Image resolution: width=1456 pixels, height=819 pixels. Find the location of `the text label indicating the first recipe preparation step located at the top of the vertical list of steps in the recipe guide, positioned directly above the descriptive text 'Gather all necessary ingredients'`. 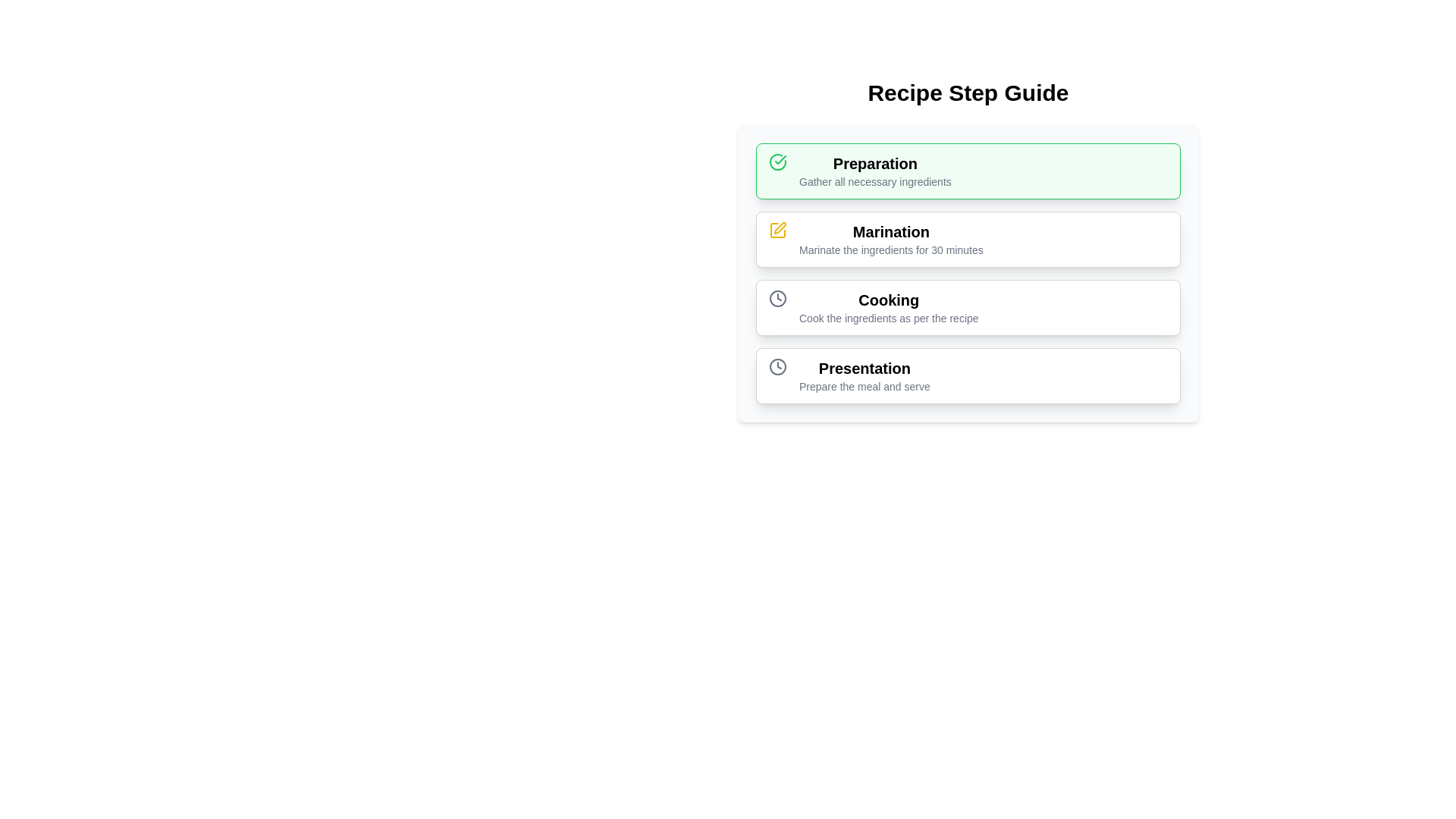

the text label indicating the first recipe preparation step located at the top of the vertical list of steps in the recipe guide, positioned directly above the descriptive text 'Gather all necessary ingredients' is located at coordinates (875, 164).